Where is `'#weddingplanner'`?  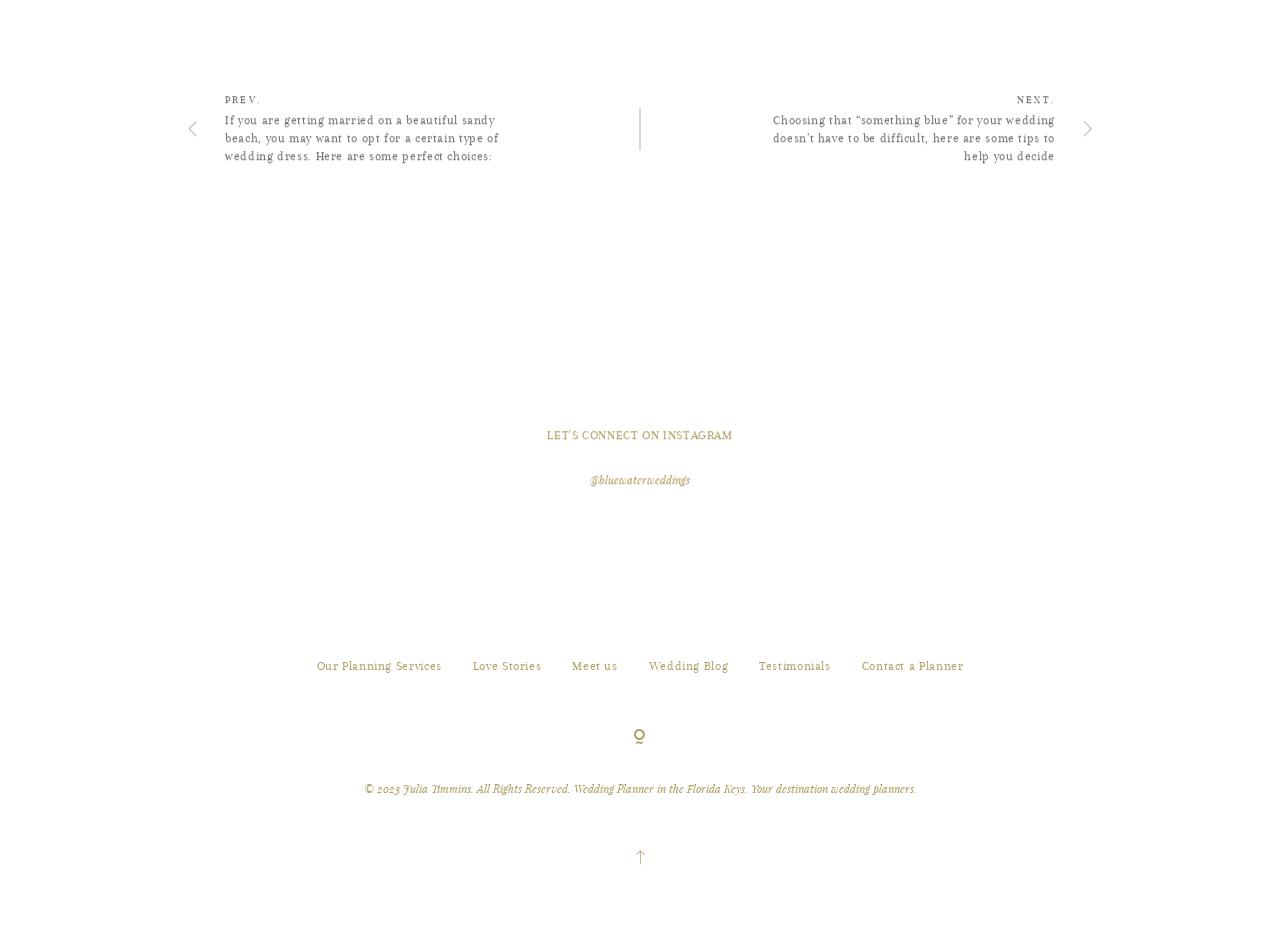 '#weddingplanner' is located at coordinates (668, 31).